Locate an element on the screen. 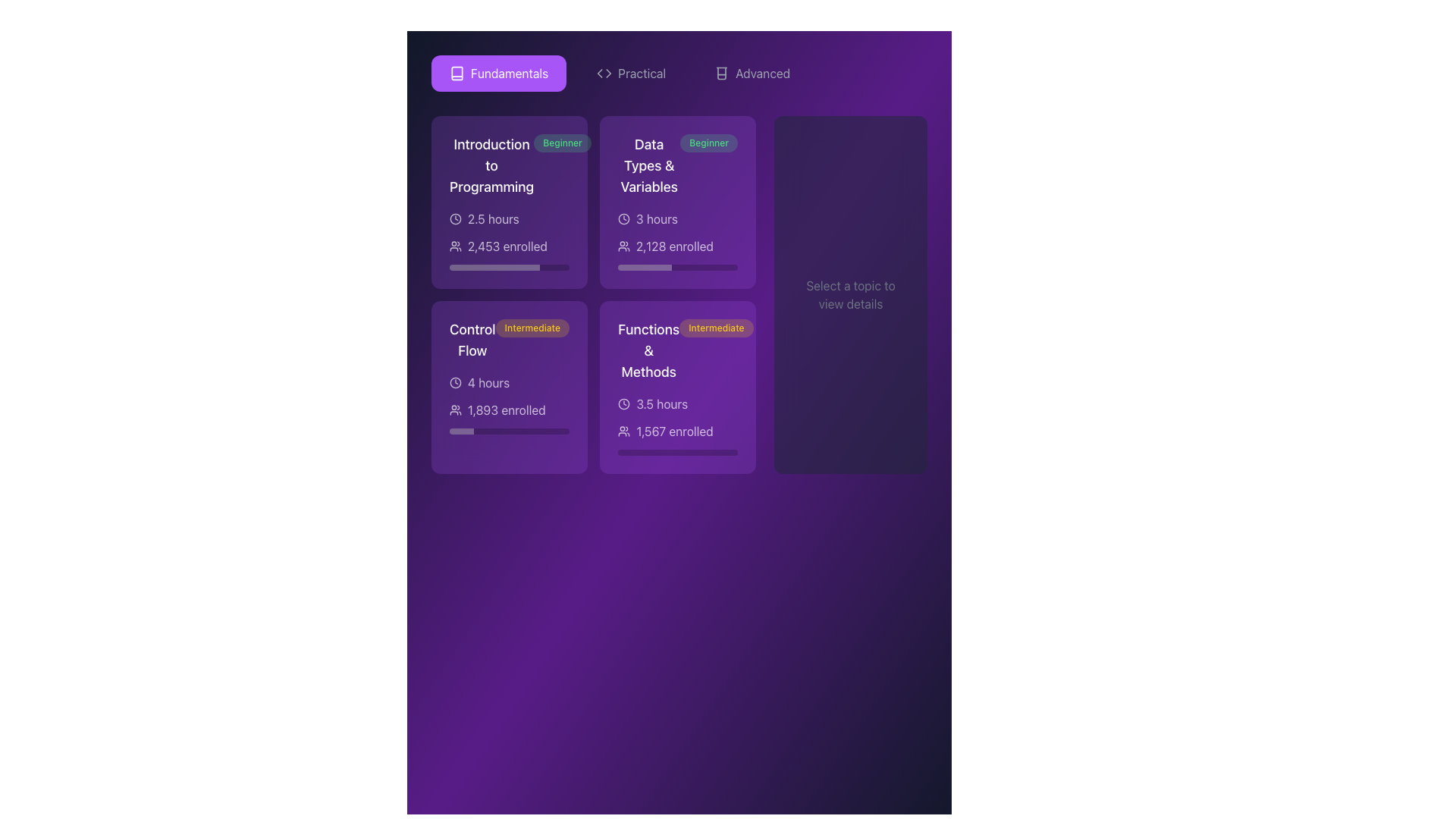  the 'Intermediate' difficulty level label, which is positioned to the right of the 'Functions & Methods' text in the second row, second column of the grid layout is located at coordinates (715, 327).